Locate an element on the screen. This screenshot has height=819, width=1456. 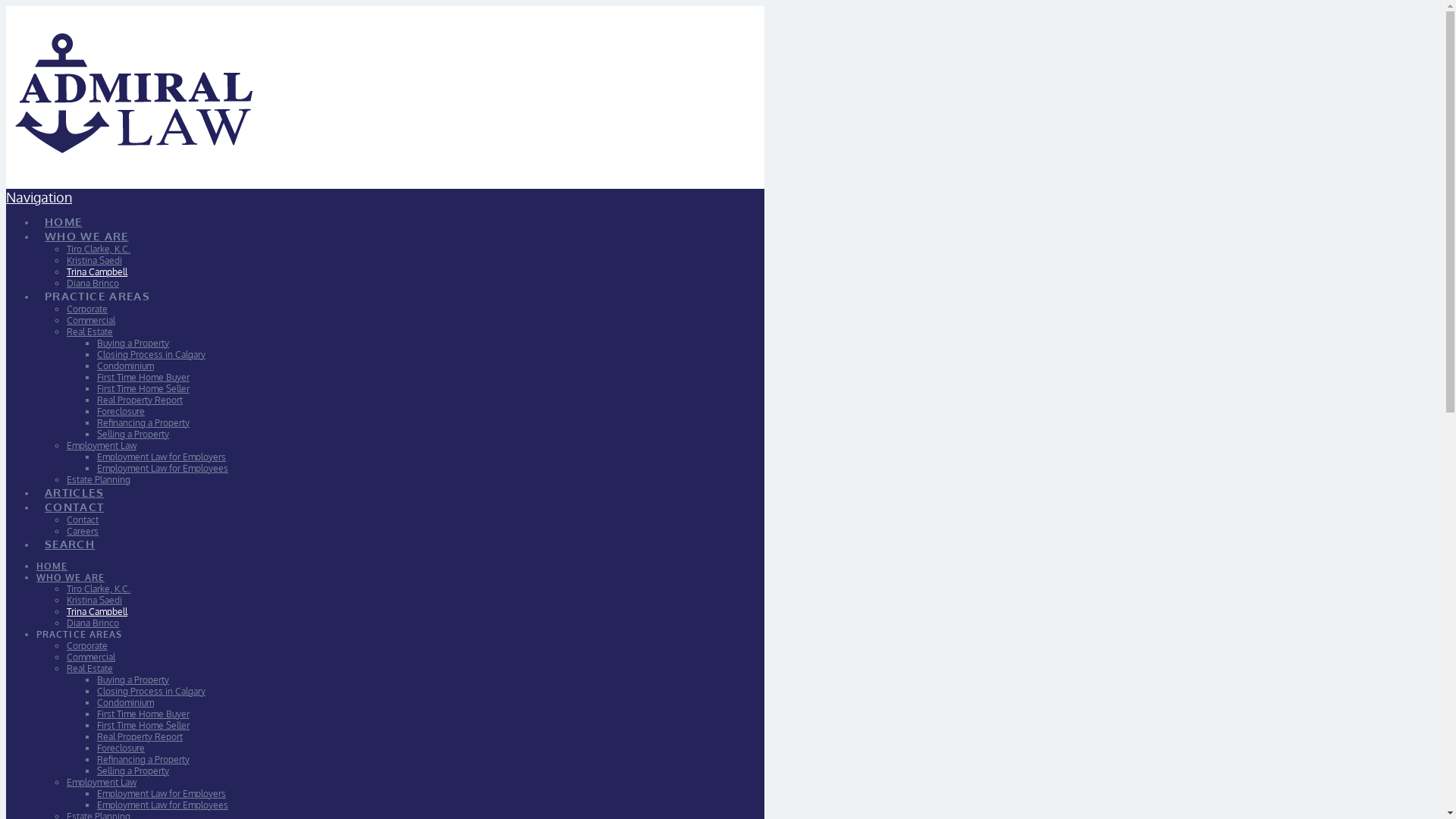
'Real Estate' is located at coordinates (89, 667).